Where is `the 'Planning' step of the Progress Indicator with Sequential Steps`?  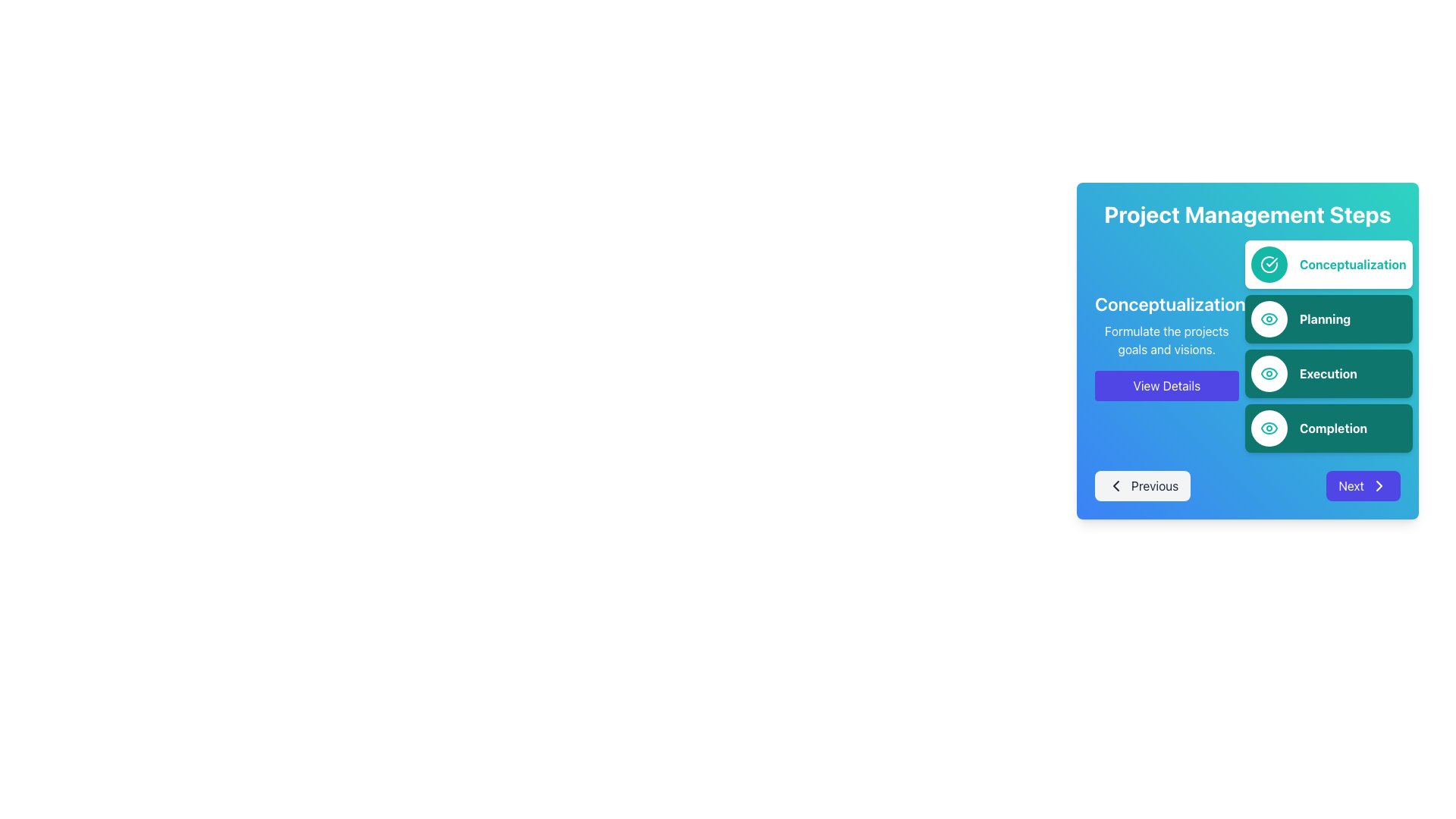 the 'Planning' step of the Progress Indicator with Sequential Steps is located at coordinates (1328, 346).